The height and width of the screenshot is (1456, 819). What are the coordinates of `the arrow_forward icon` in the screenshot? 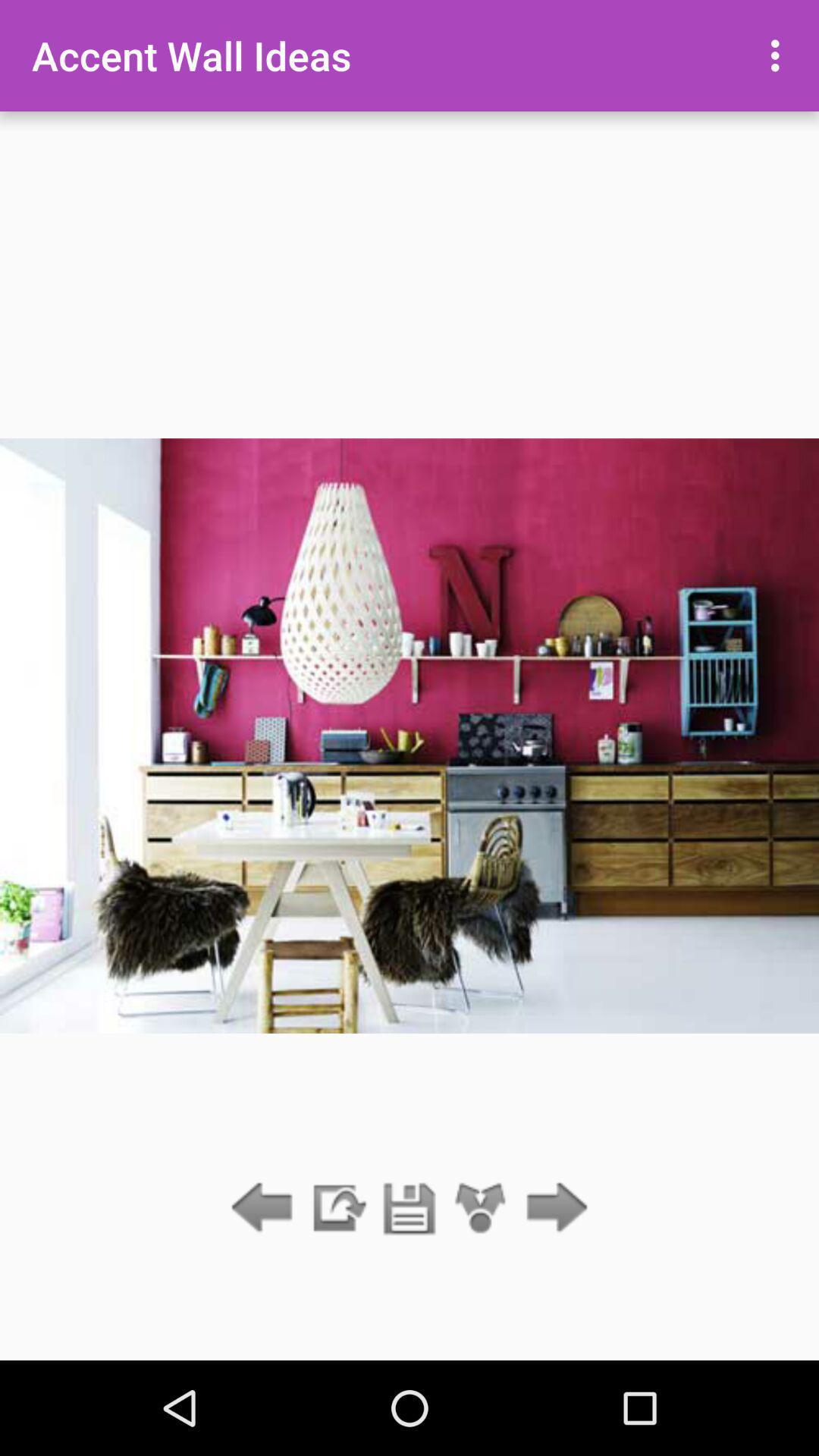 It's located at (553, 1208).